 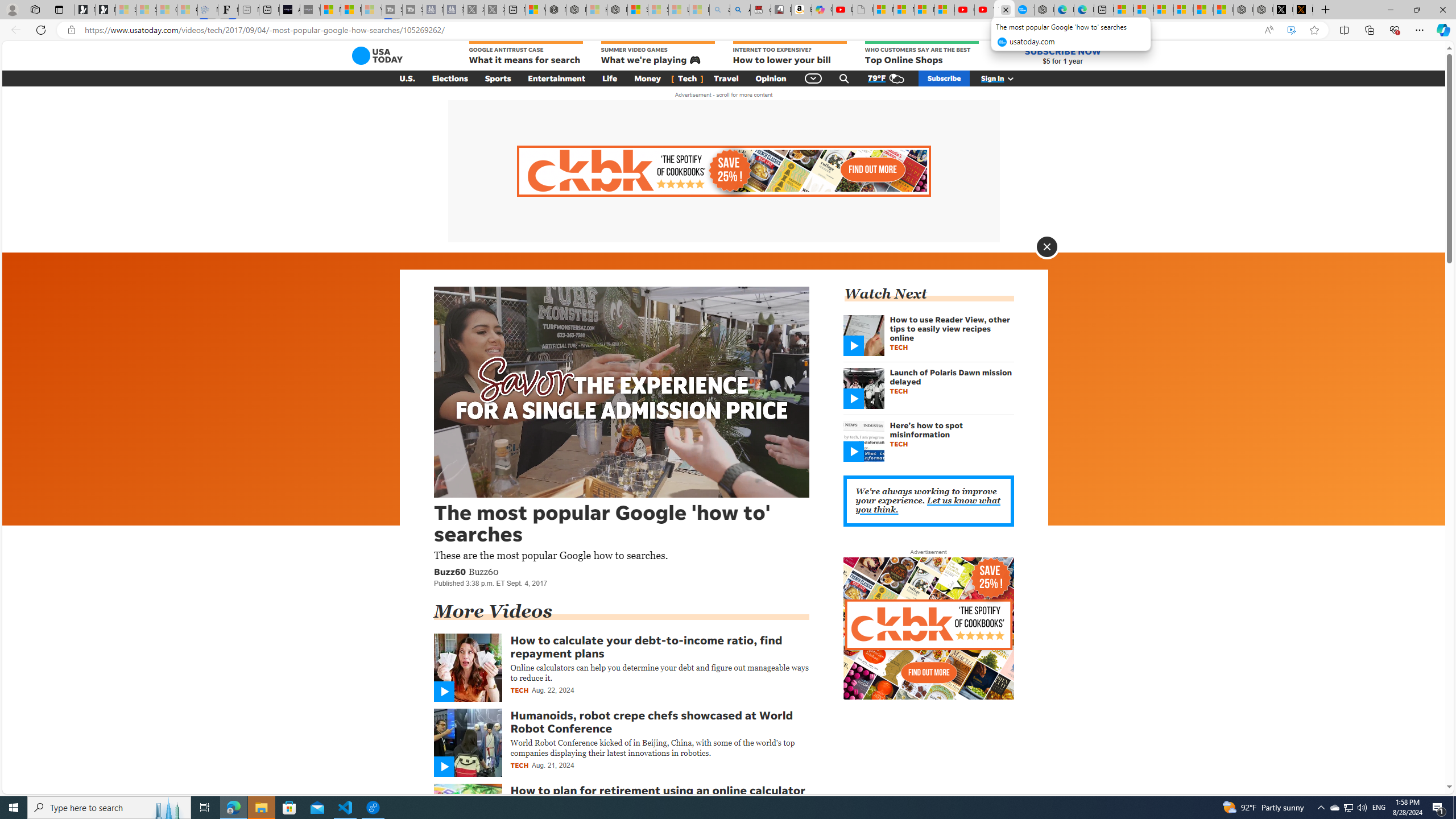 I want to click on 'Nordace (@NordaceOfficial) / X', so click(x=1282, y=9).